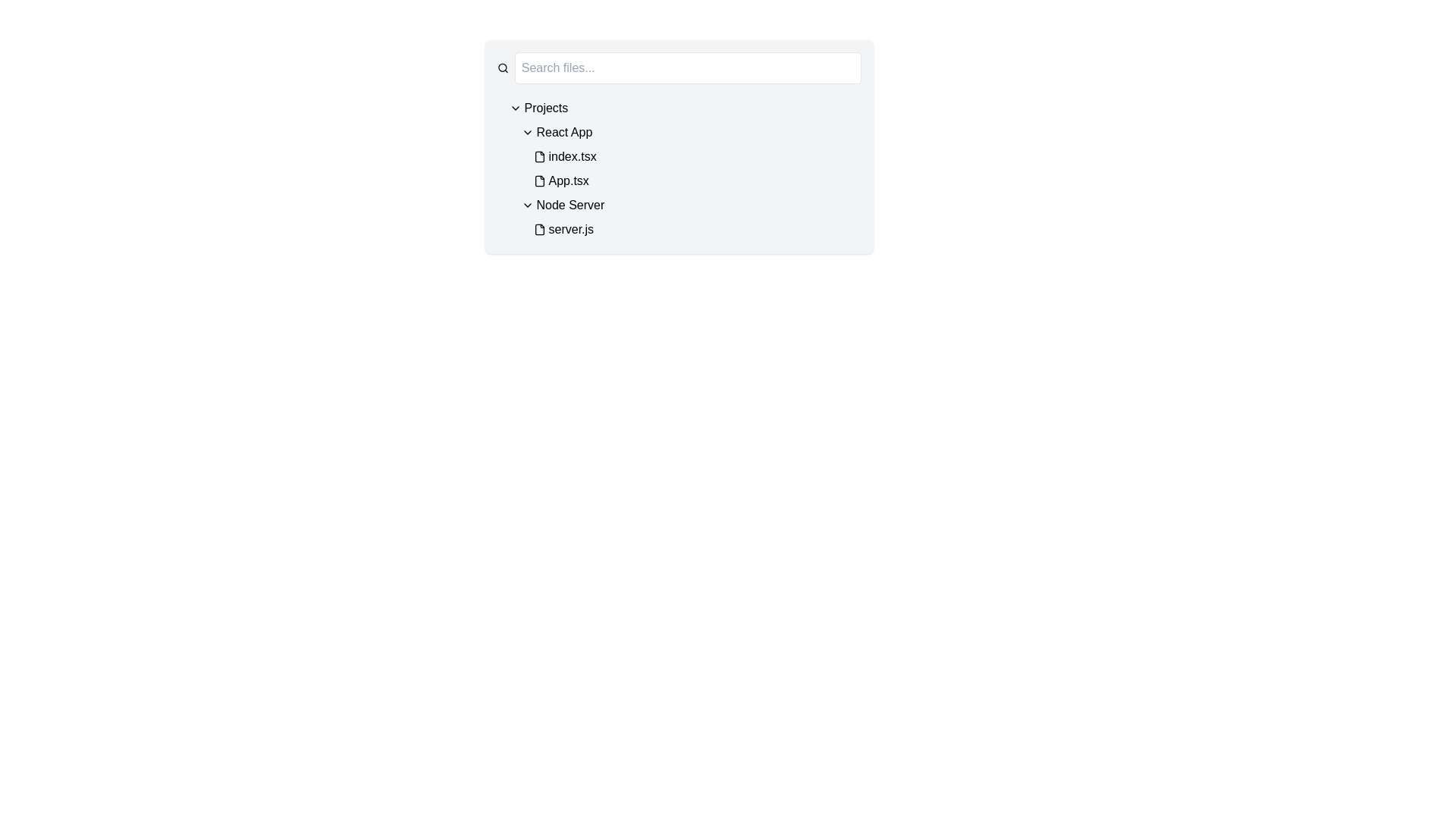  What do you see at coordinates (568, 180) in the screenshot?
I see `the text element displaying 'App.tsx' in a file list under the 'React App' folder` at bounding box center [568, 180].